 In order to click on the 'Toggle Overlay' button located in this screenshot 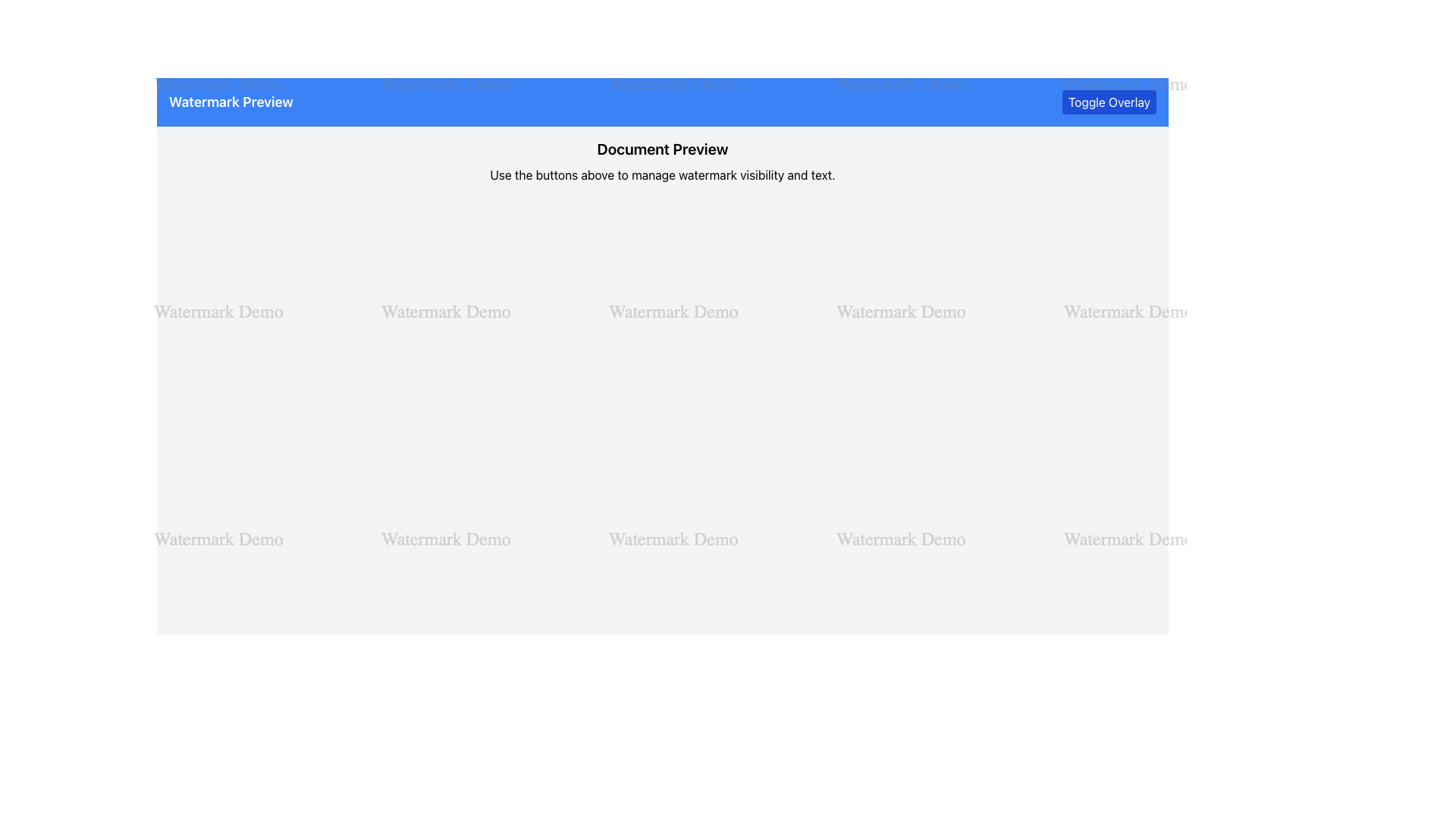, I will do `click(1109, 102)`.